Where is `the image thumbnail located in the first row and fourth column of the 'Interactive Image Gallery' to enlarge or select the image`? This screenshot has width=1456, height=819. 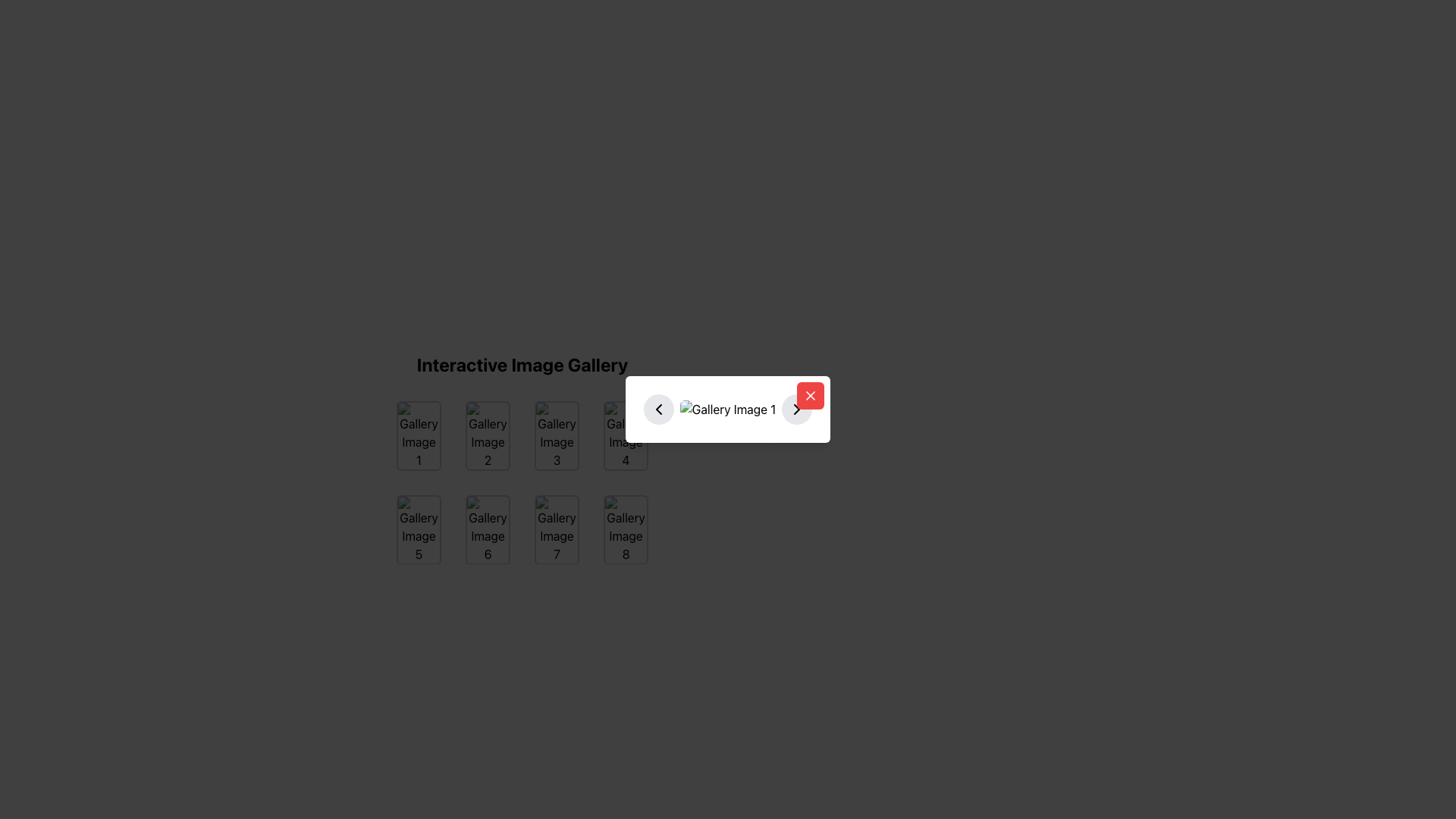 the image thumbnail located in the first row and fourth column of the 'Interactive Image Gallery' to enlarge or select the image is located at coordinates (626, 435).